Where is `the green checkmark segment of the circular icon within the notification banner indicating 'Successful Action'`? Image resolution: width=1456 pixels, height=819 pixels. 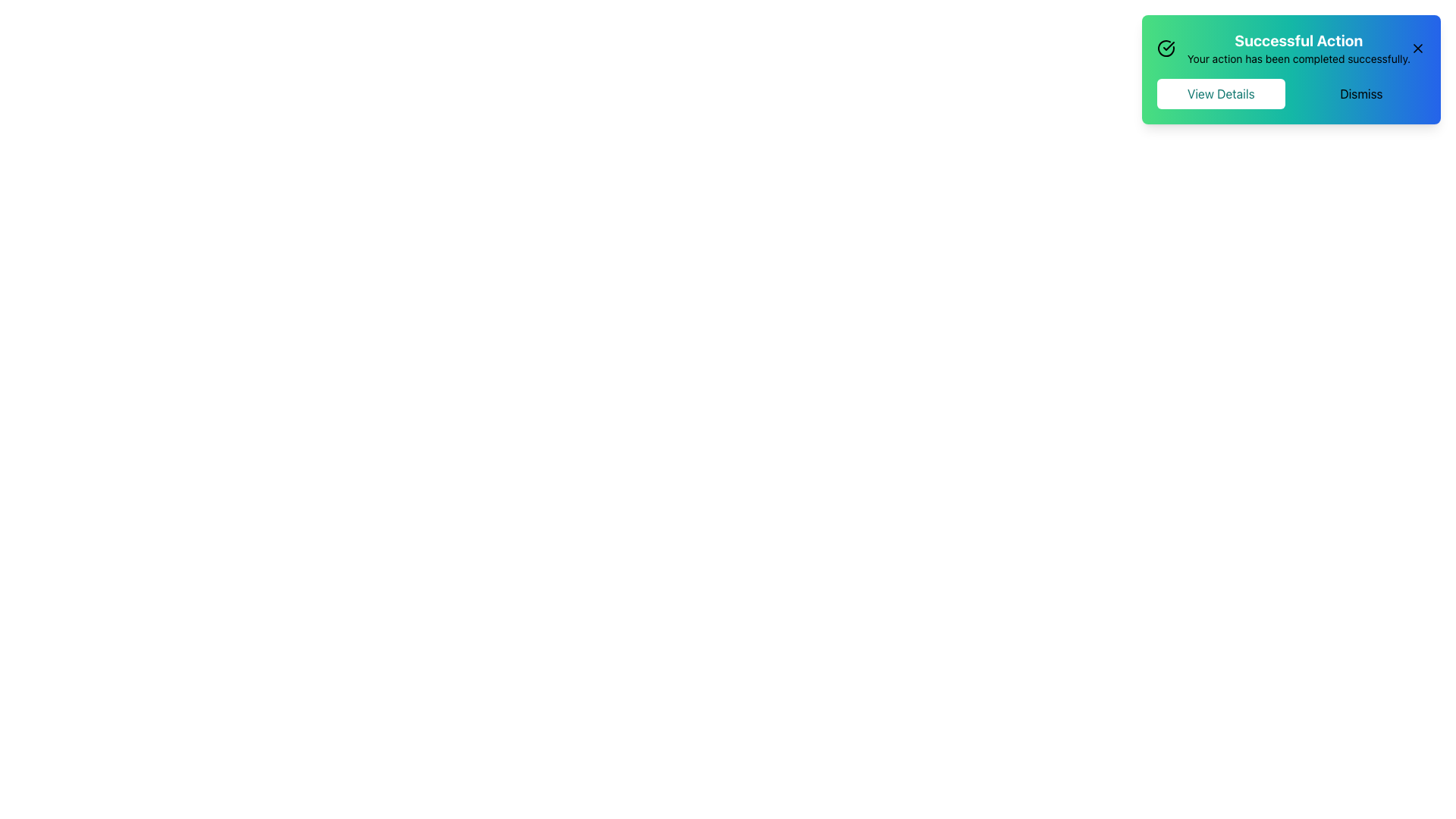
the green checkmark segment of the circular icon within the notification banner indicating 'Successful Action' is located at coordinates (1165, 48).